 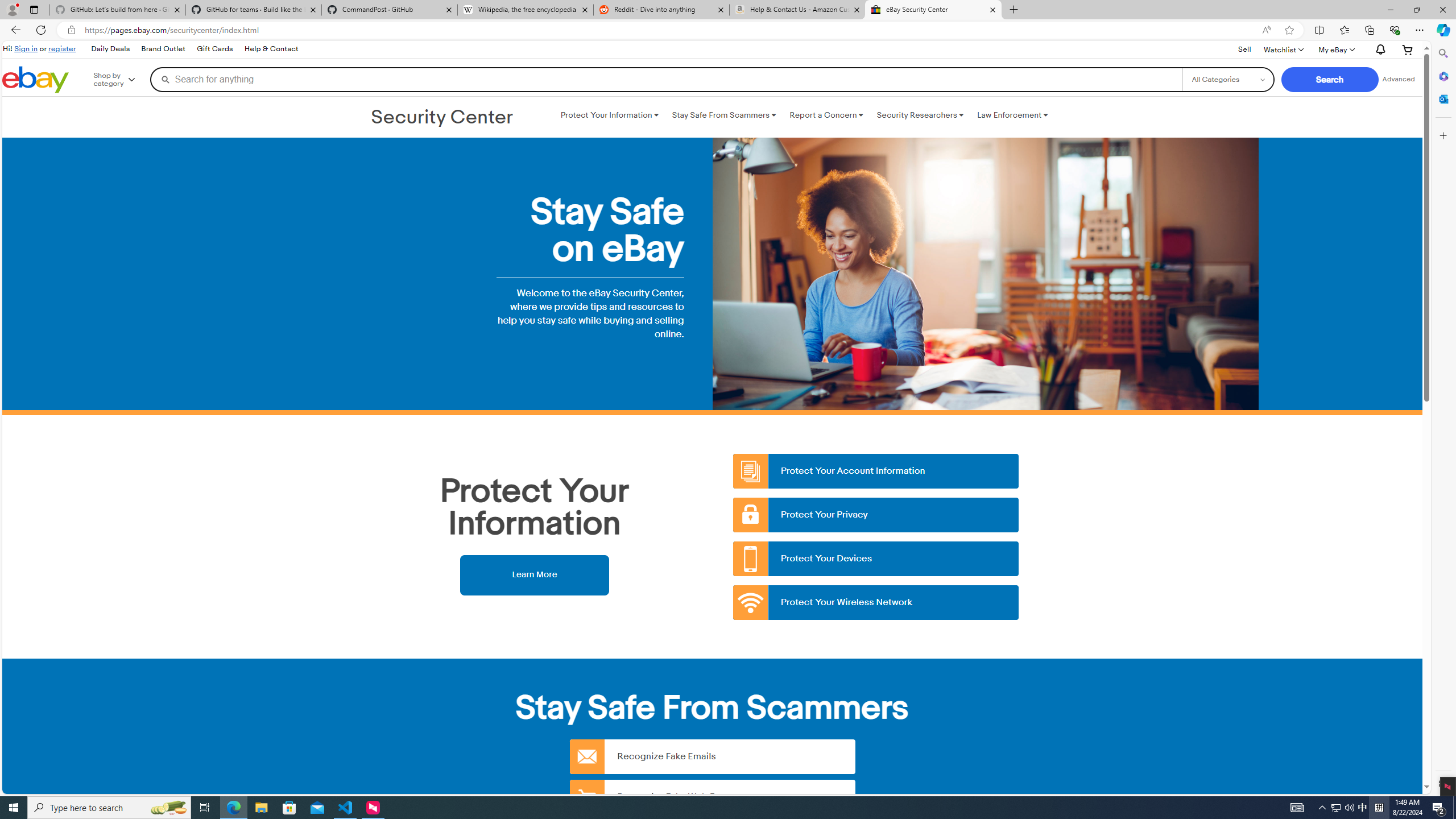 What do you see at coordinates (1266, 30) in the screenshot?
I see `'Read aloud this page (Ctrl+Shift+U)'` at bounding box center [1266, 30].